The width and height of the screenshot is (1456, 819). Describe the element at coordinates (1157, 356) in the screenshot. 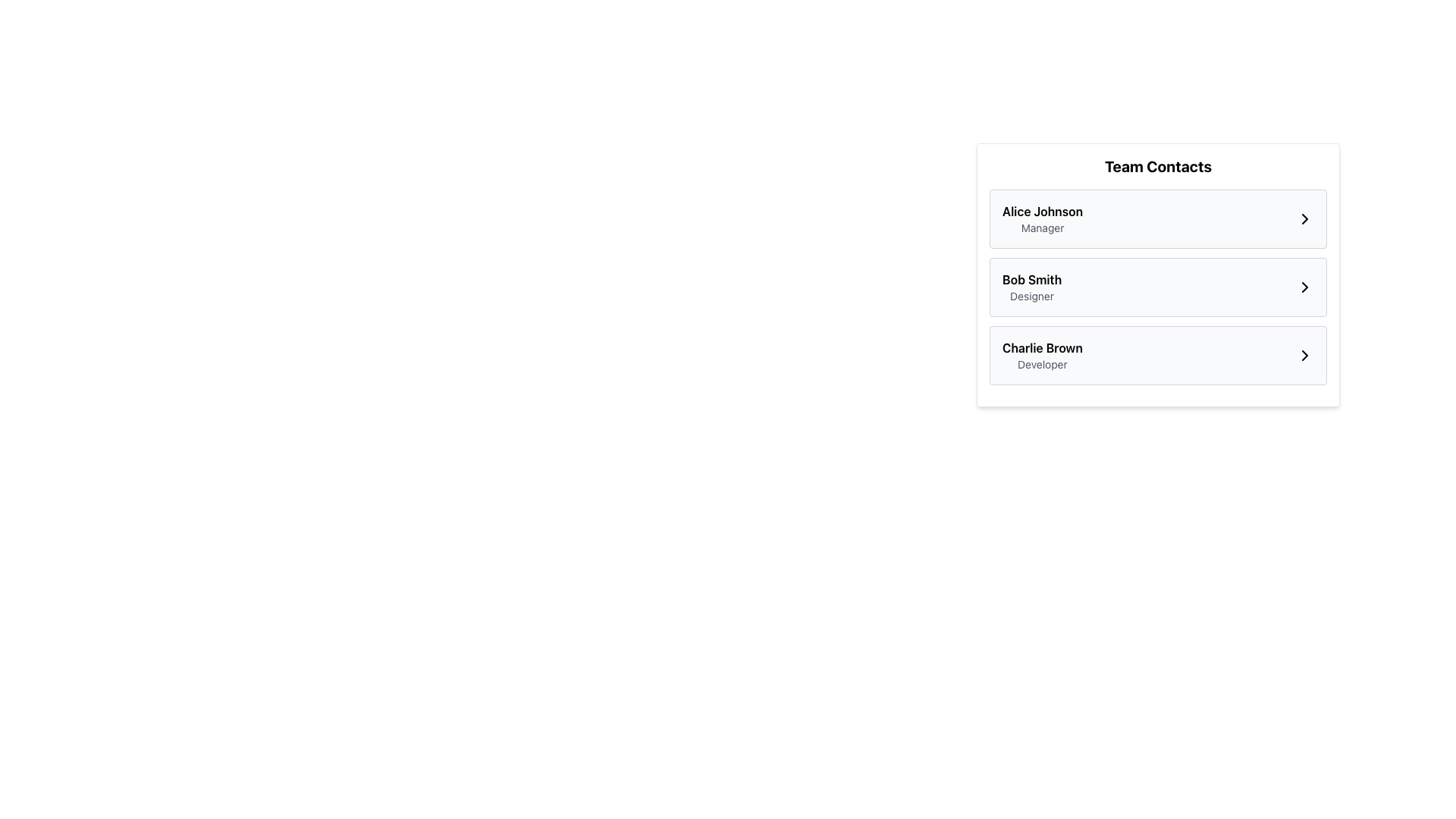

I see `the contact list item for 'Charlie Brown'` at that location.